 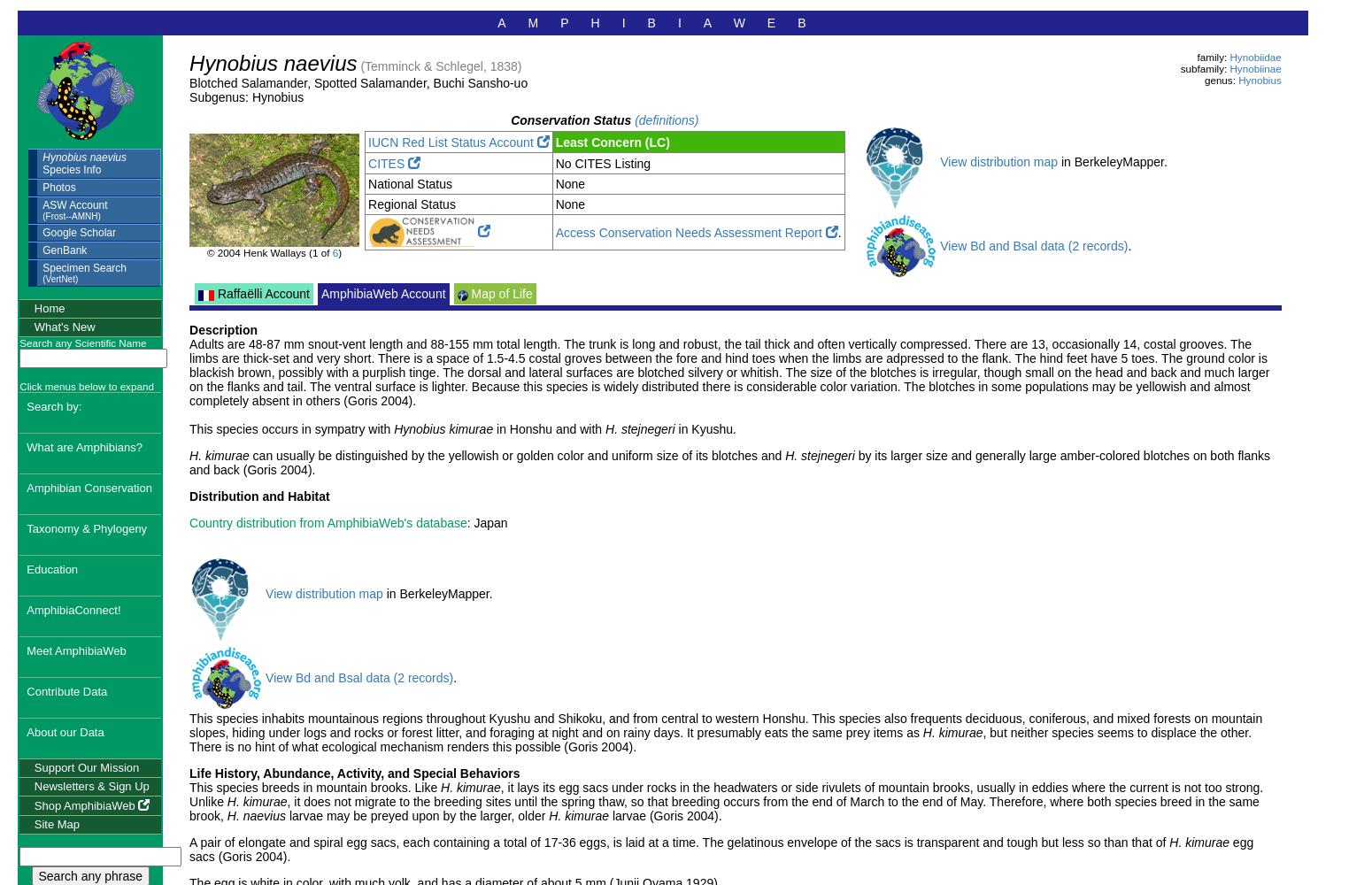 What do you see at coordinates (86, 385) in the screenshot?
I see `'Click menus below to expand'` at bounding box center [86, 385].